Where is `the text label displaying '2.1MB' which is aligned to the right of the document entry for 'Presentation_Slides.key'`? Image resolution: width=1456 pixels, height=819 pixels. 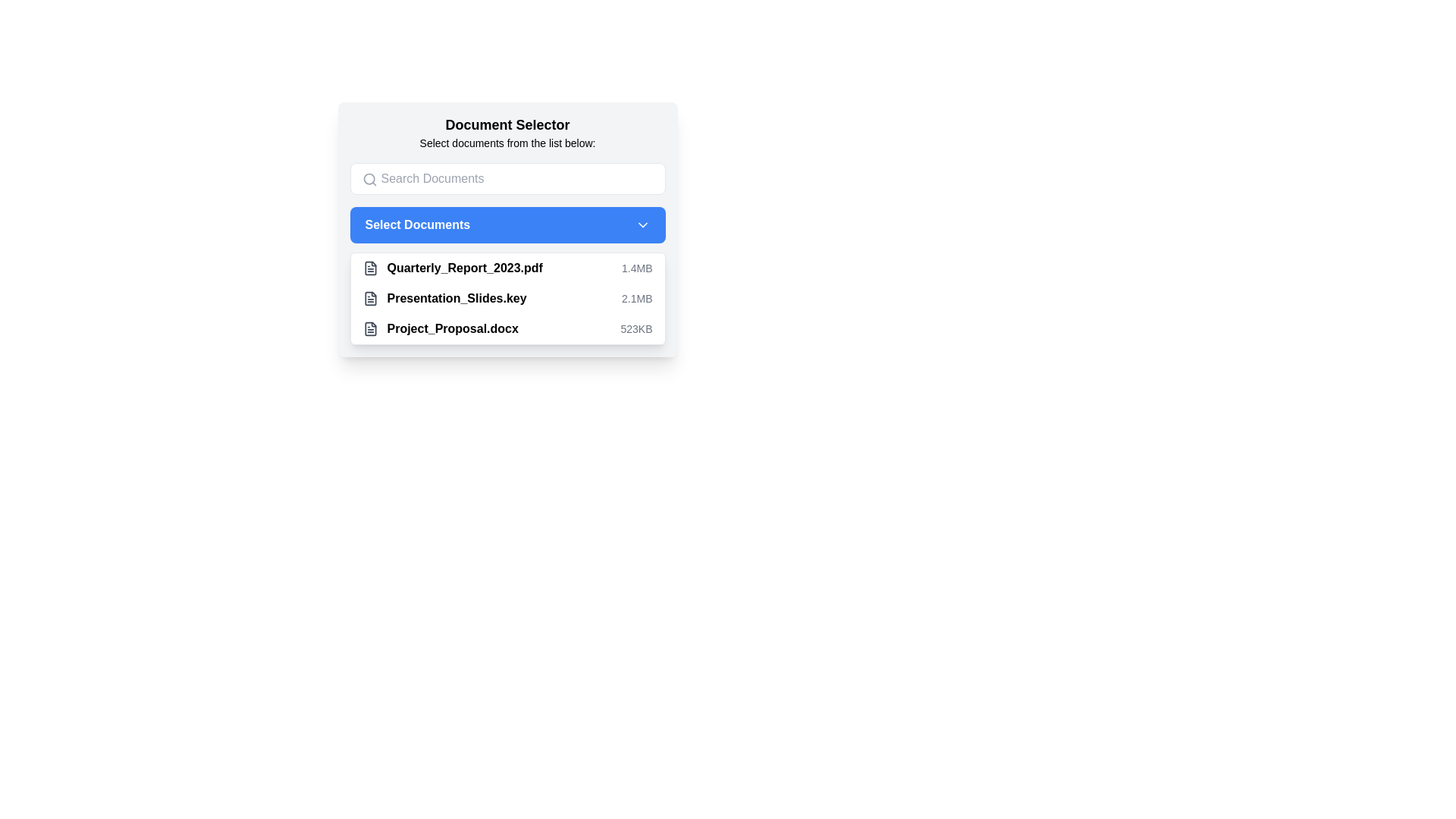 the text label displaying '2.1MB' which is aligned to the right of the document entry for 'Presentation_Slides.key' is located at coordinates (637, 298).